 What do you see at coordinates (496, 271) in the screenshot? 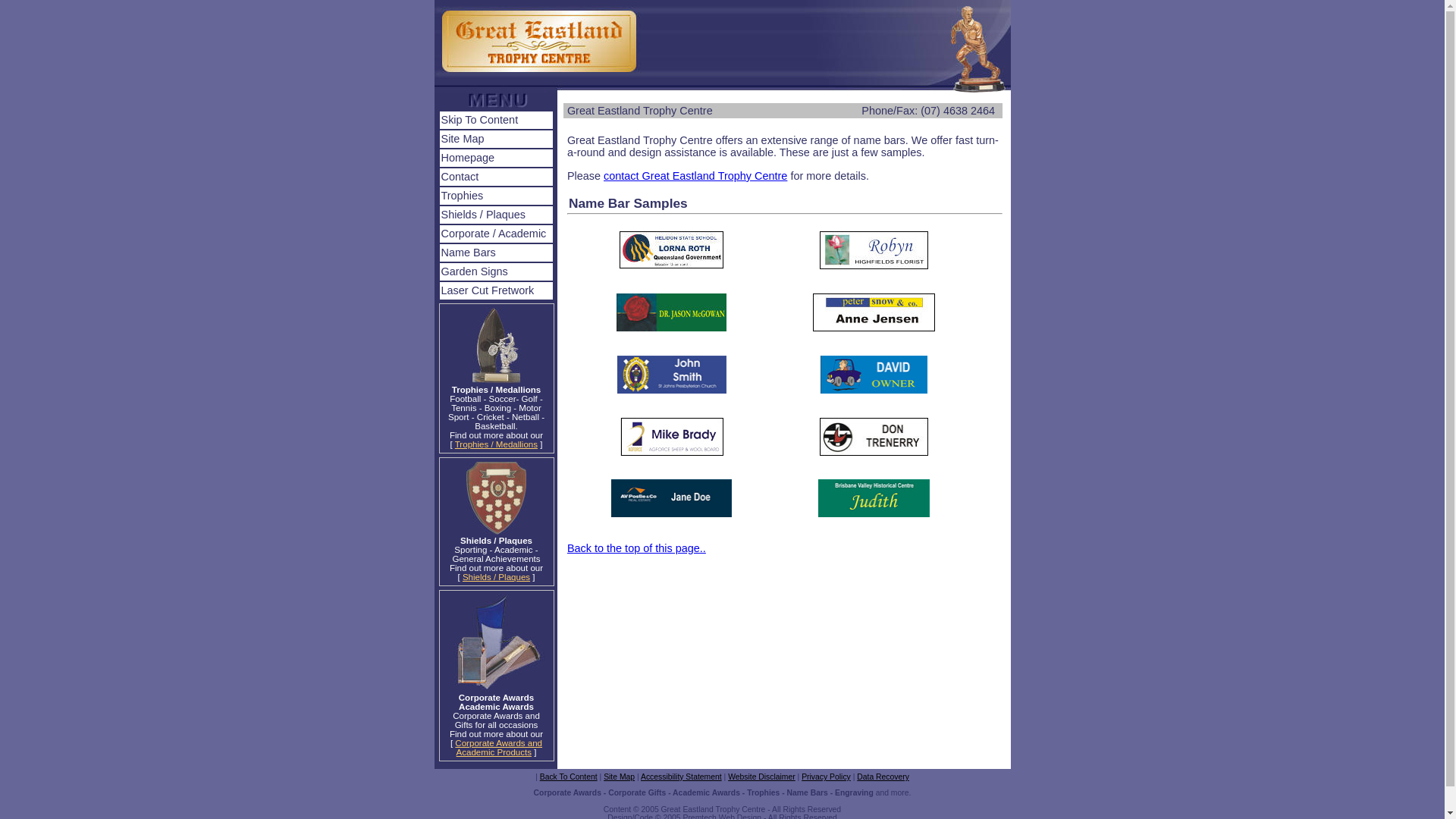
I see `'Garden Signs'` at bounding box center [496, 271].